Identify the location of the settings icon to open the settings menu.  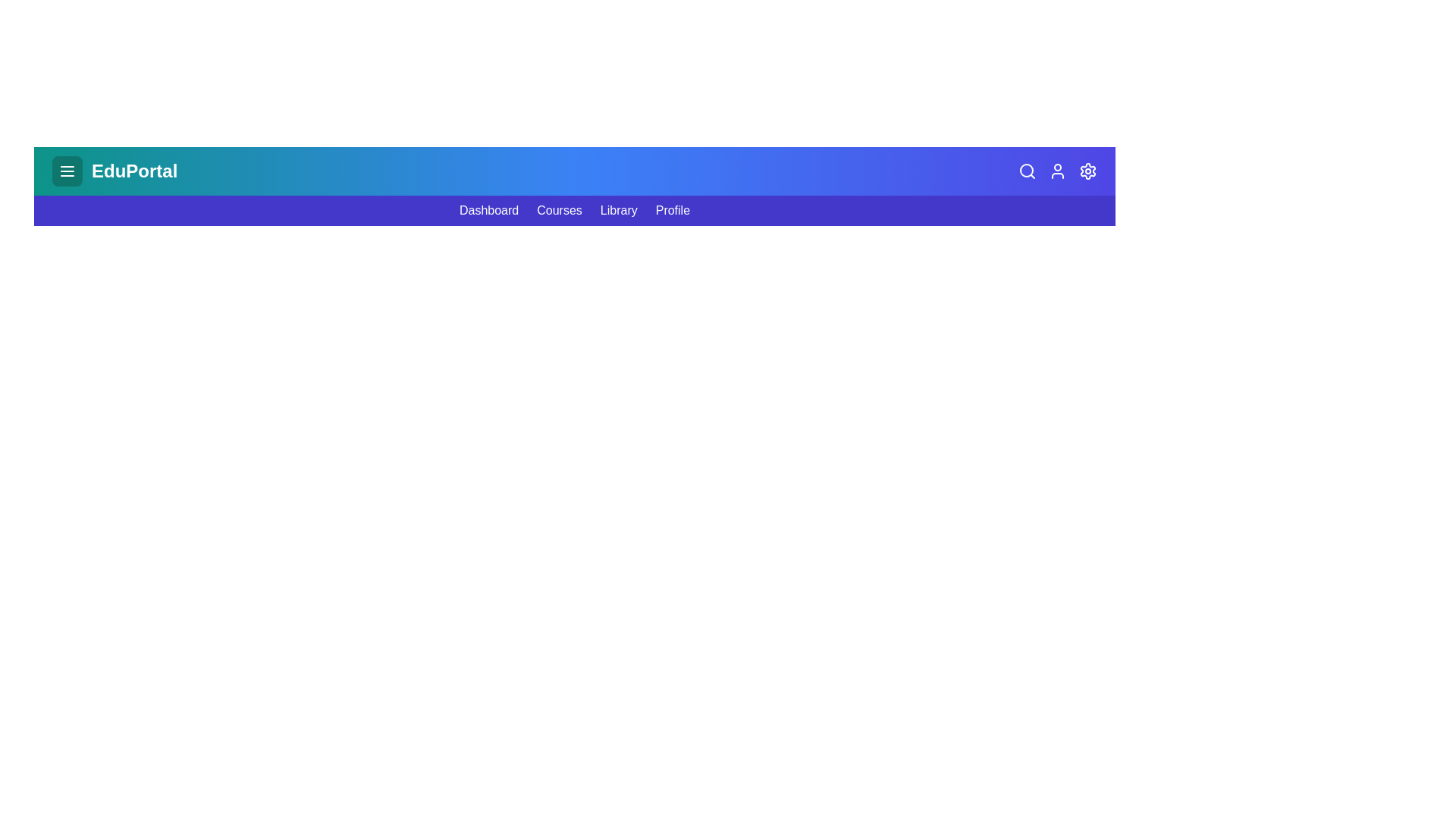
(1087, 171).